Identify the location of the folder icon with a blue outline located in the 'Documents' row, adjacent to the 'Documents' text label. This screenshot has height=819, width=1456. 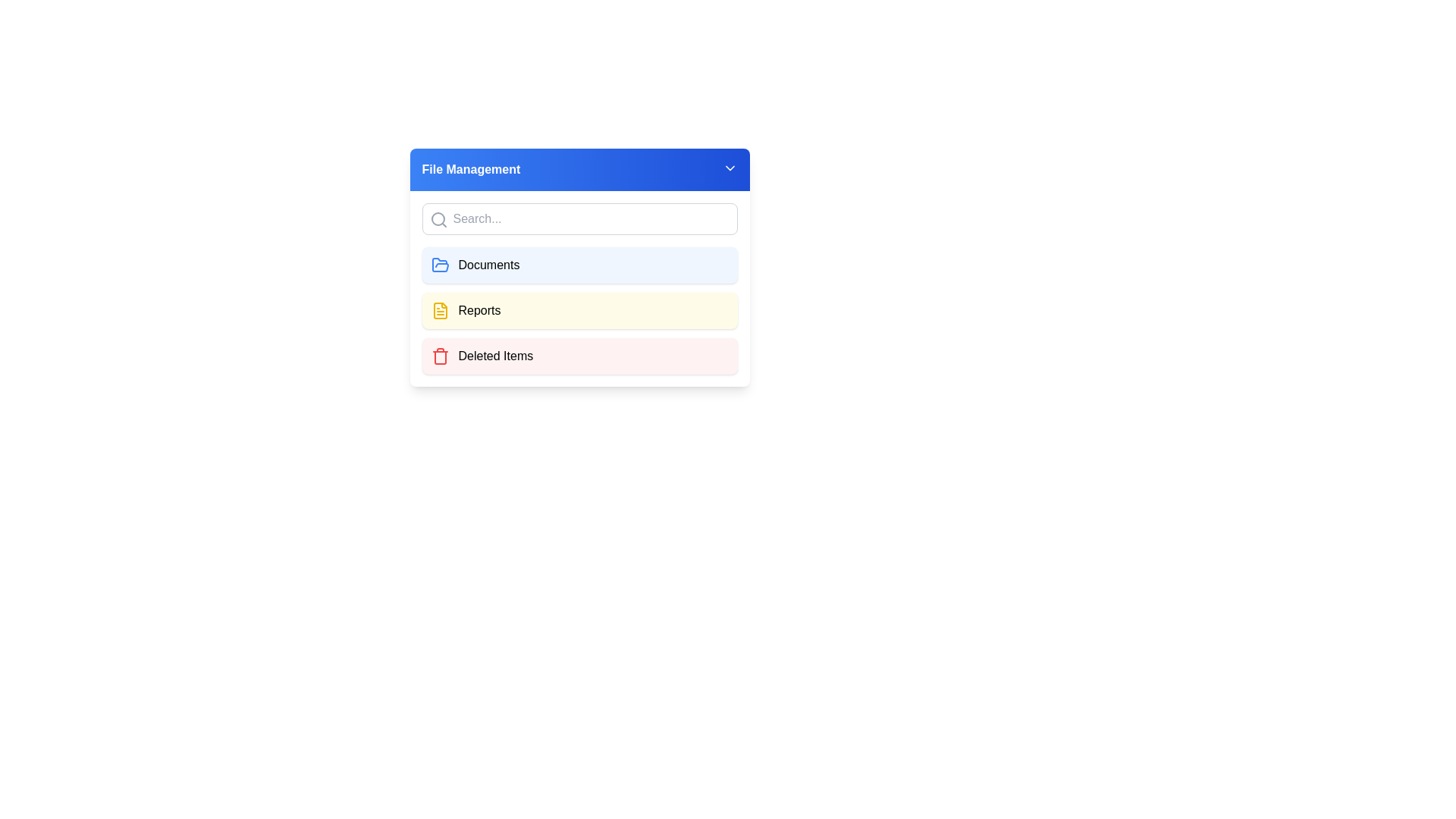
(439, 265).